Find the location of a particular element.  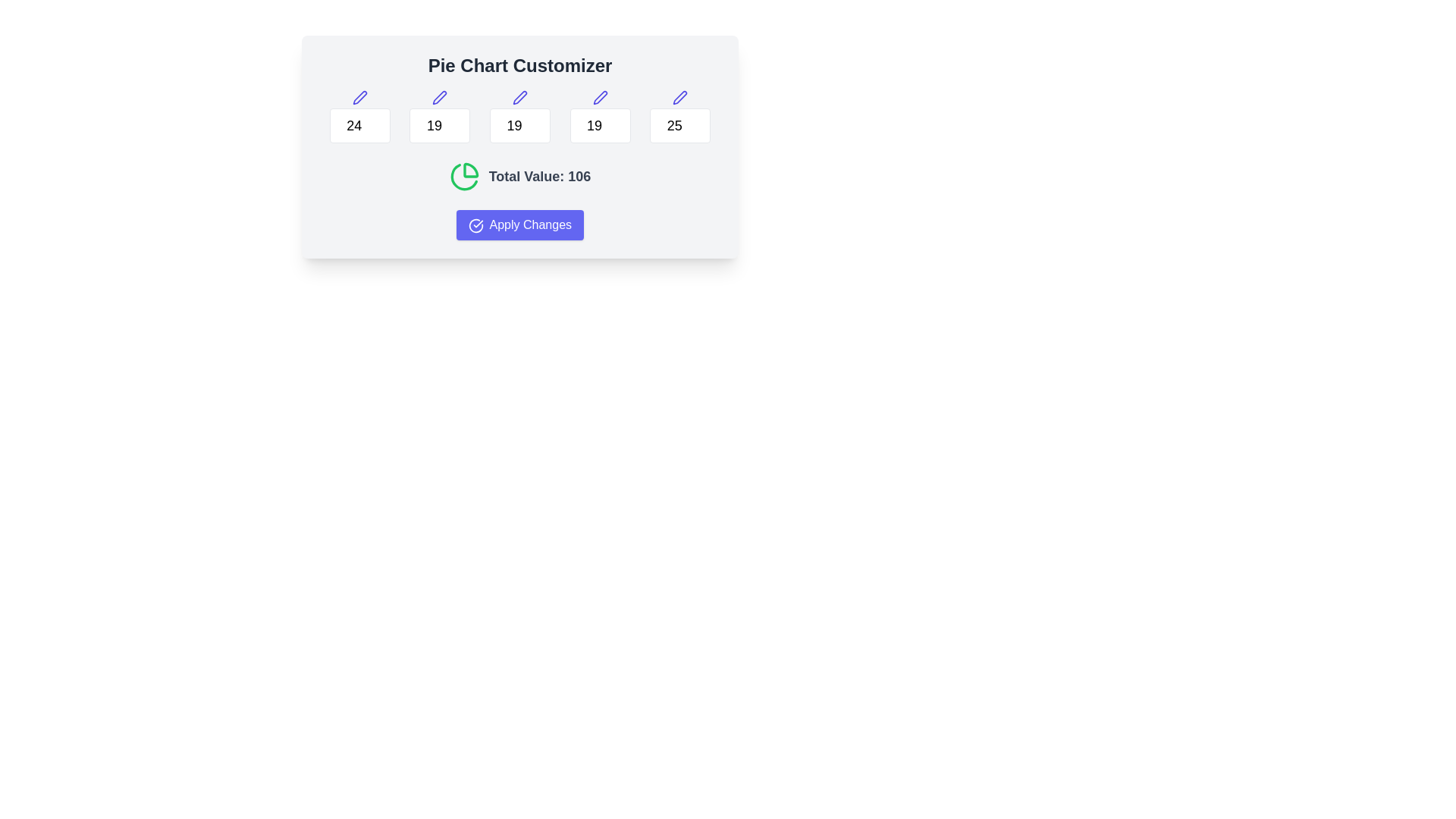

the edit icon button located above the numeric input box labeled '24' in the 'Pie Chart Customizer' interface is located at coordinates (359, 97).